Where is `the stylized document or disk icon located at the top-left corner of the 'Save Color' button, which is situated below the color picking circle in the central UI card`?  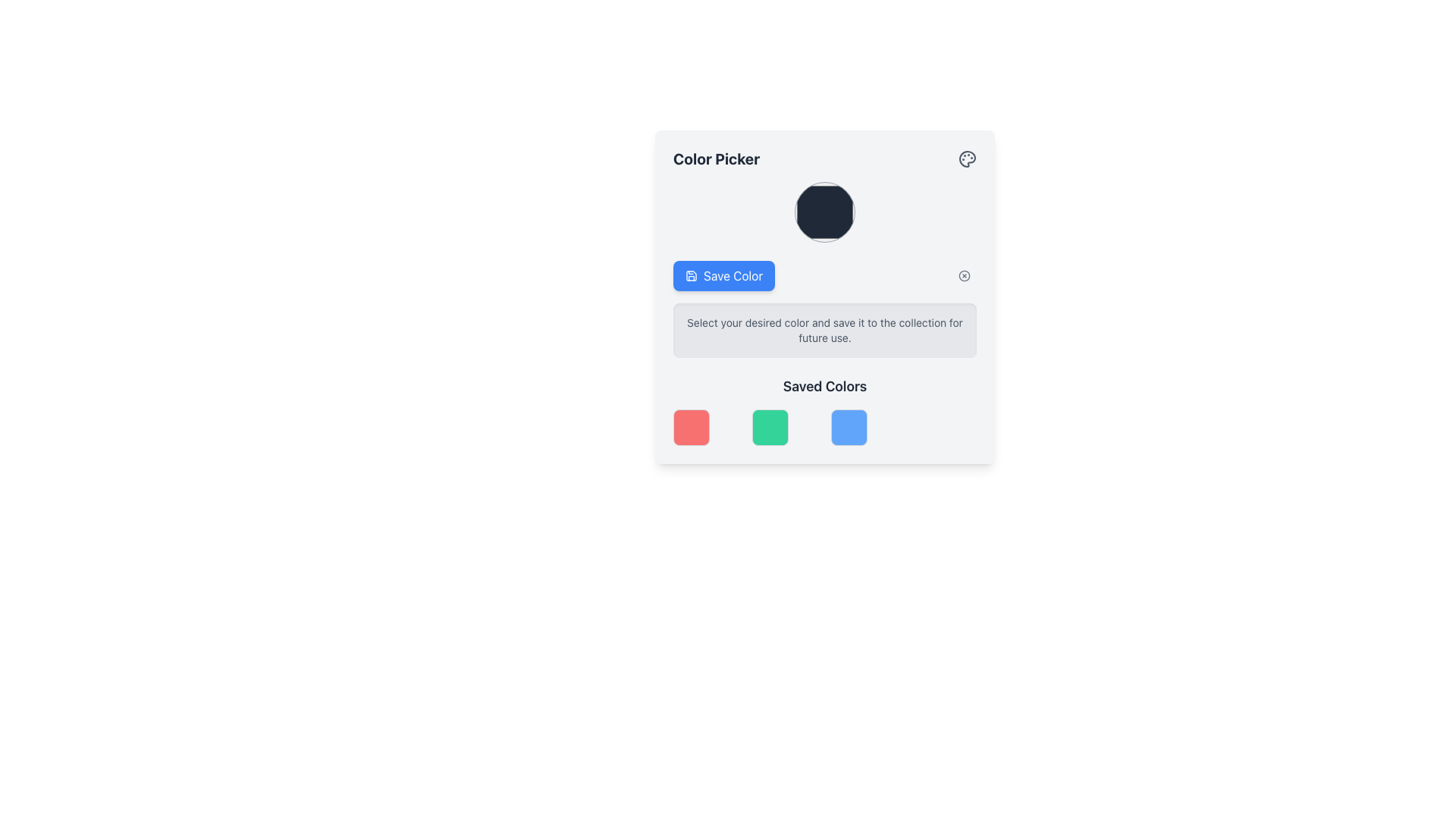
the stylized document or disk icon located at the top-left corner of the 'Save Color' button, which is situated below the color picking circle in the central UI card is located at coordinates (691, 275).